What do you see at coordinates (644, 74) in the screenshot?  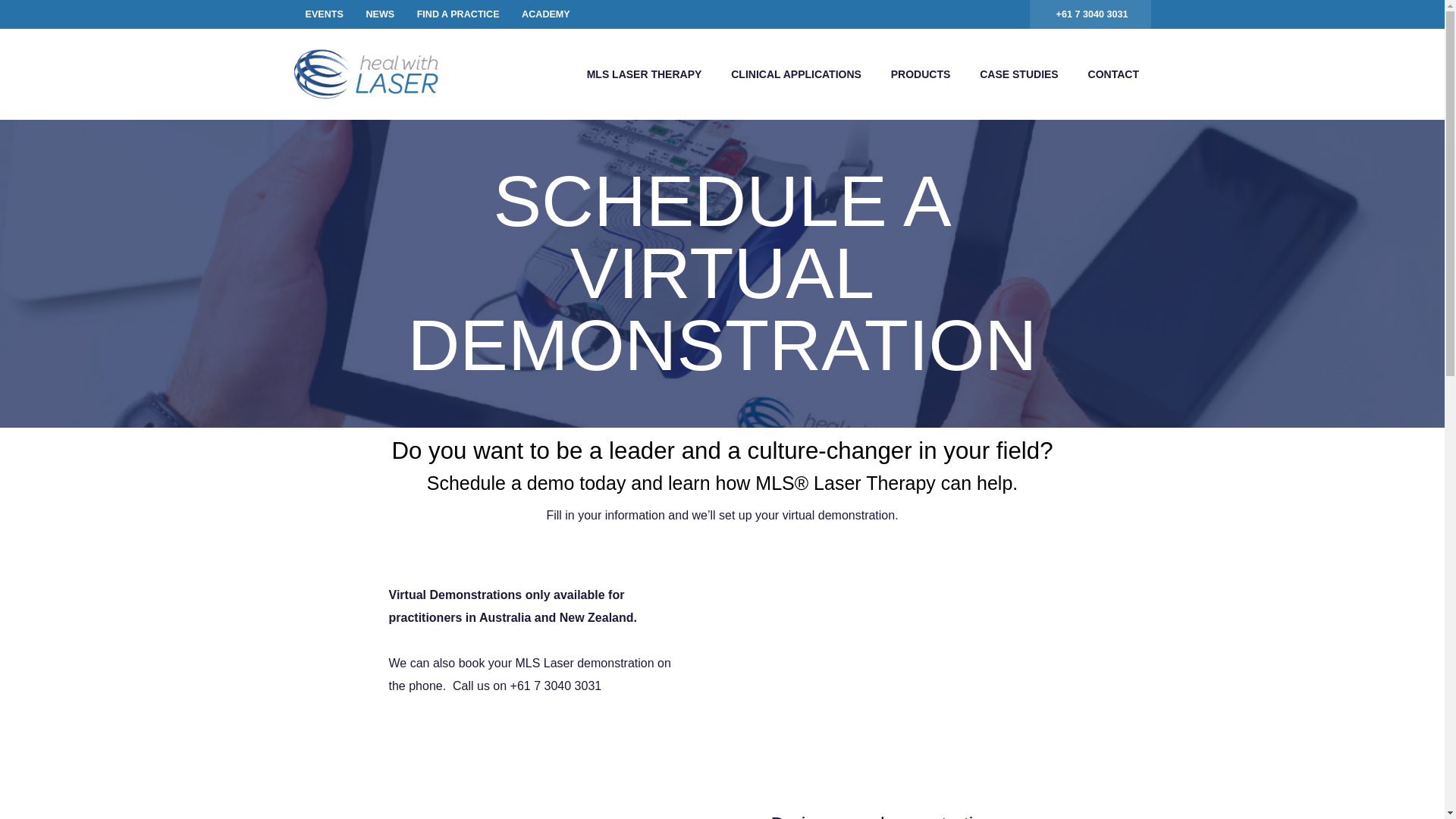 I see `'MLS LASER THERAPY'` at bounding box center [644, 74].